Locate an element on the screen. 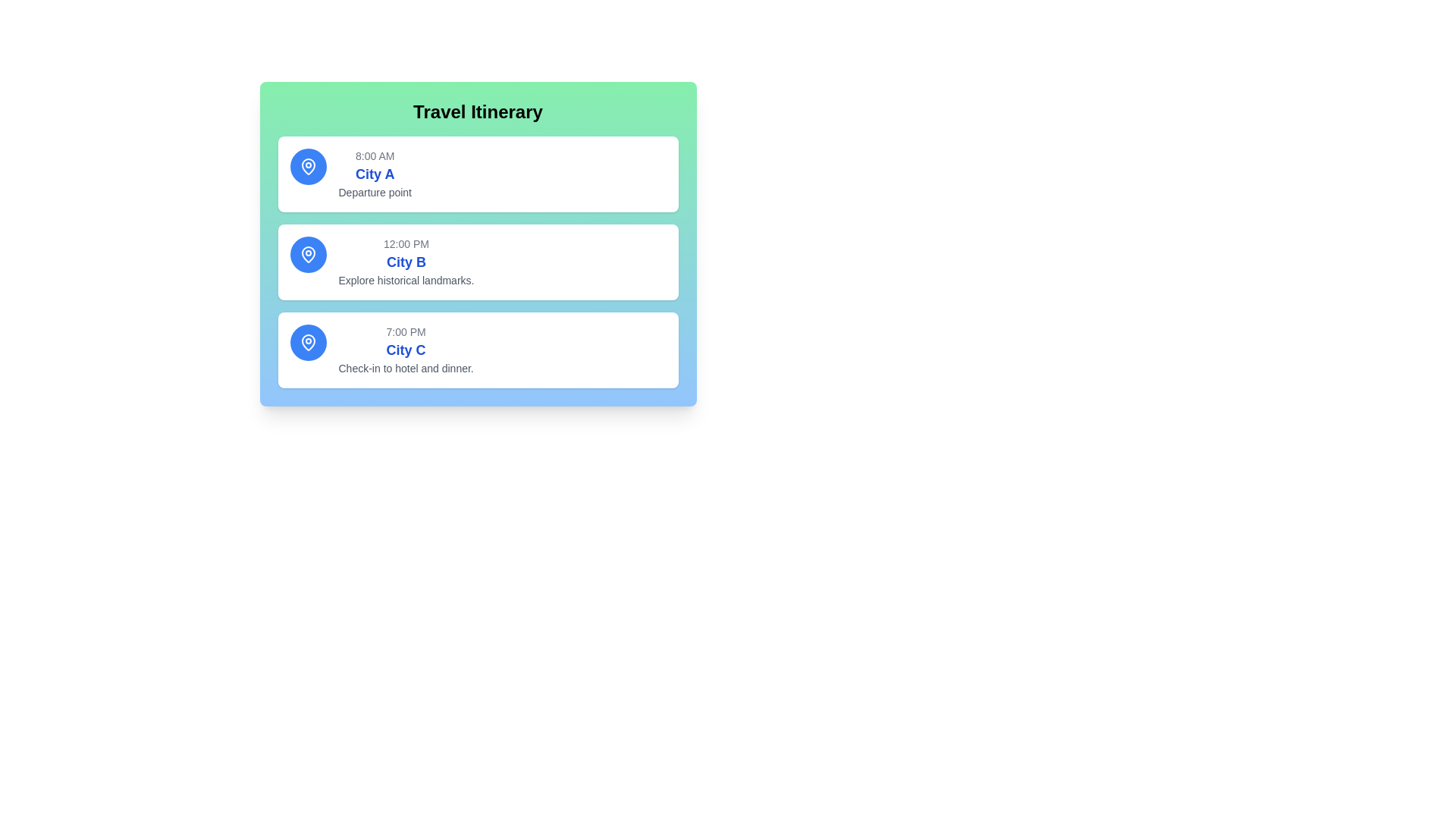 The height and width of the screenshot is (819, 1456). the static text element that describes the departure location for 'City A' in the itinerary card, positioned below the larger 'City A' text and the timing information '8:00 AM' is located at coordinates (375, 192).